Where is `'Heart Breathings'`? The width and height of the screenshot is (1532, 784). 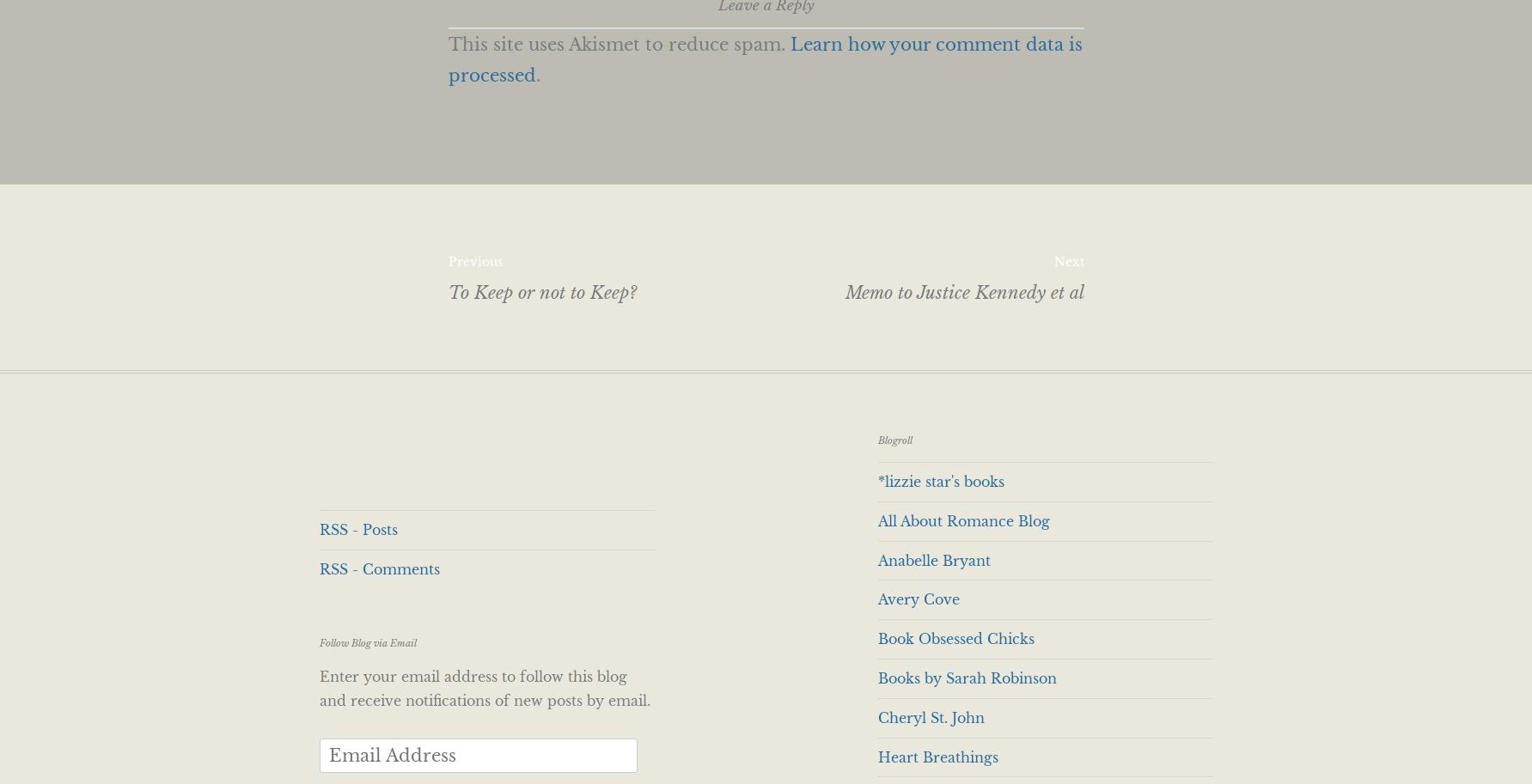 'Heart Breathings' is located at coordinates (937, 756).